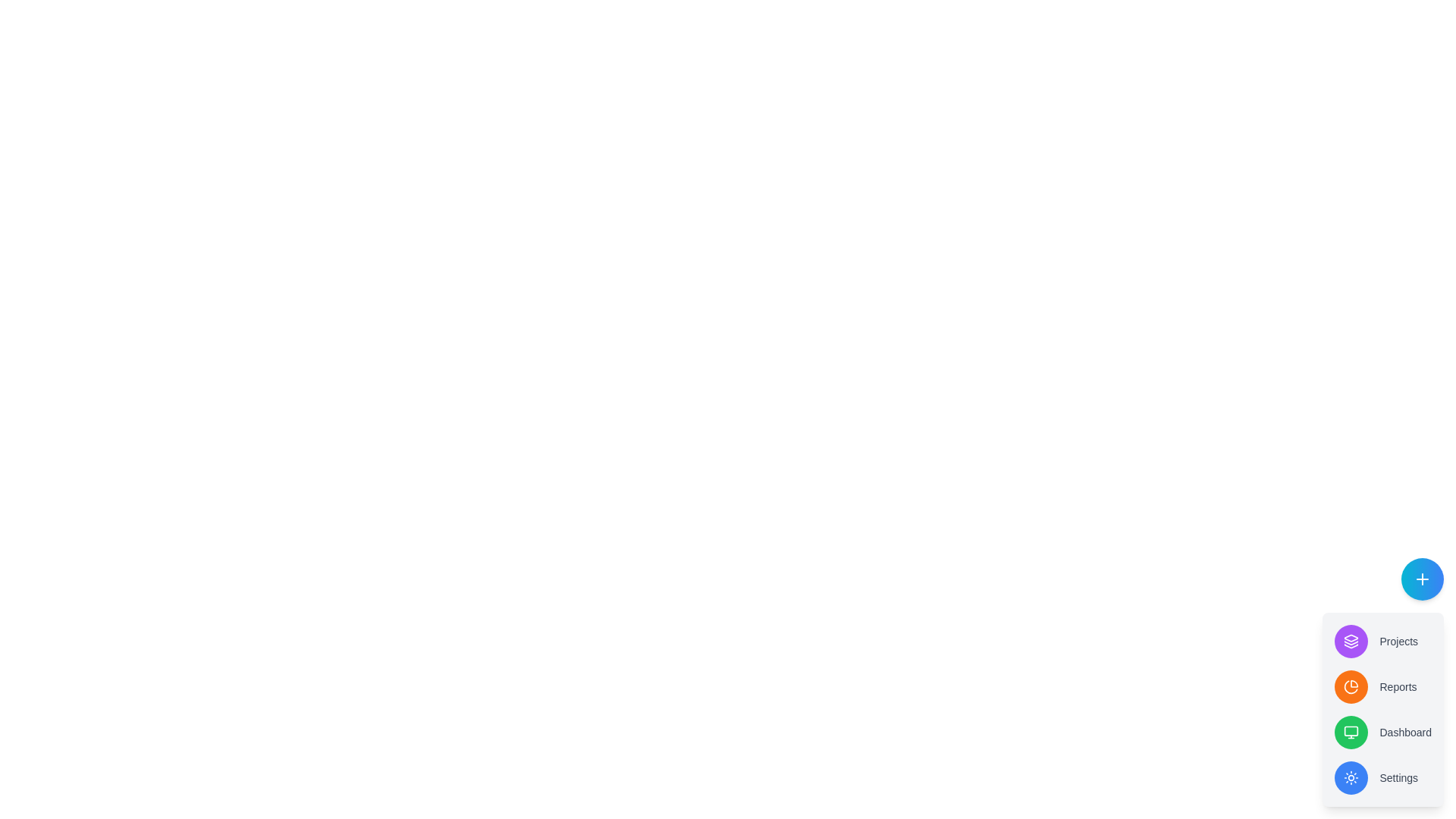  Describe the element at coordinates (1351, 641) in the screenshot. I see `the top circular button in the floating menu on the right-hand side of the interface` at that location.